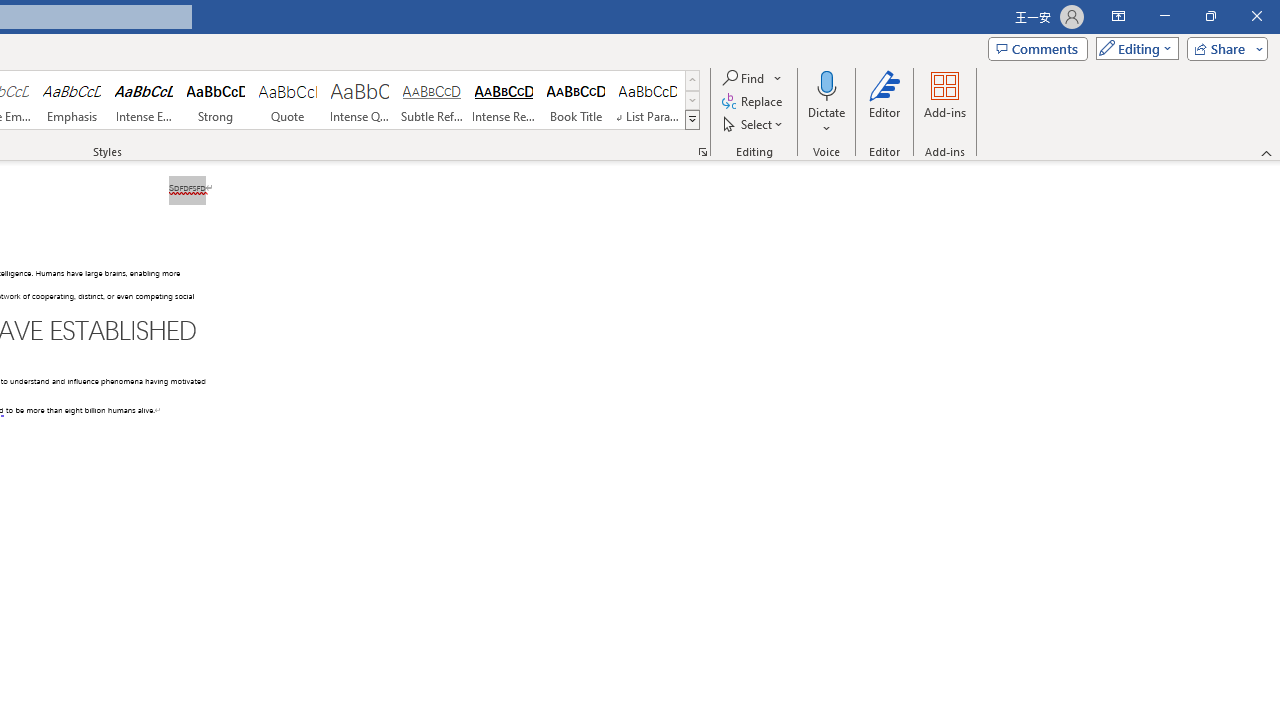  What do you see at coordinates (1133, 47) in the screenshot?
I see `'Mode'` at bounding box center [1133, 47].